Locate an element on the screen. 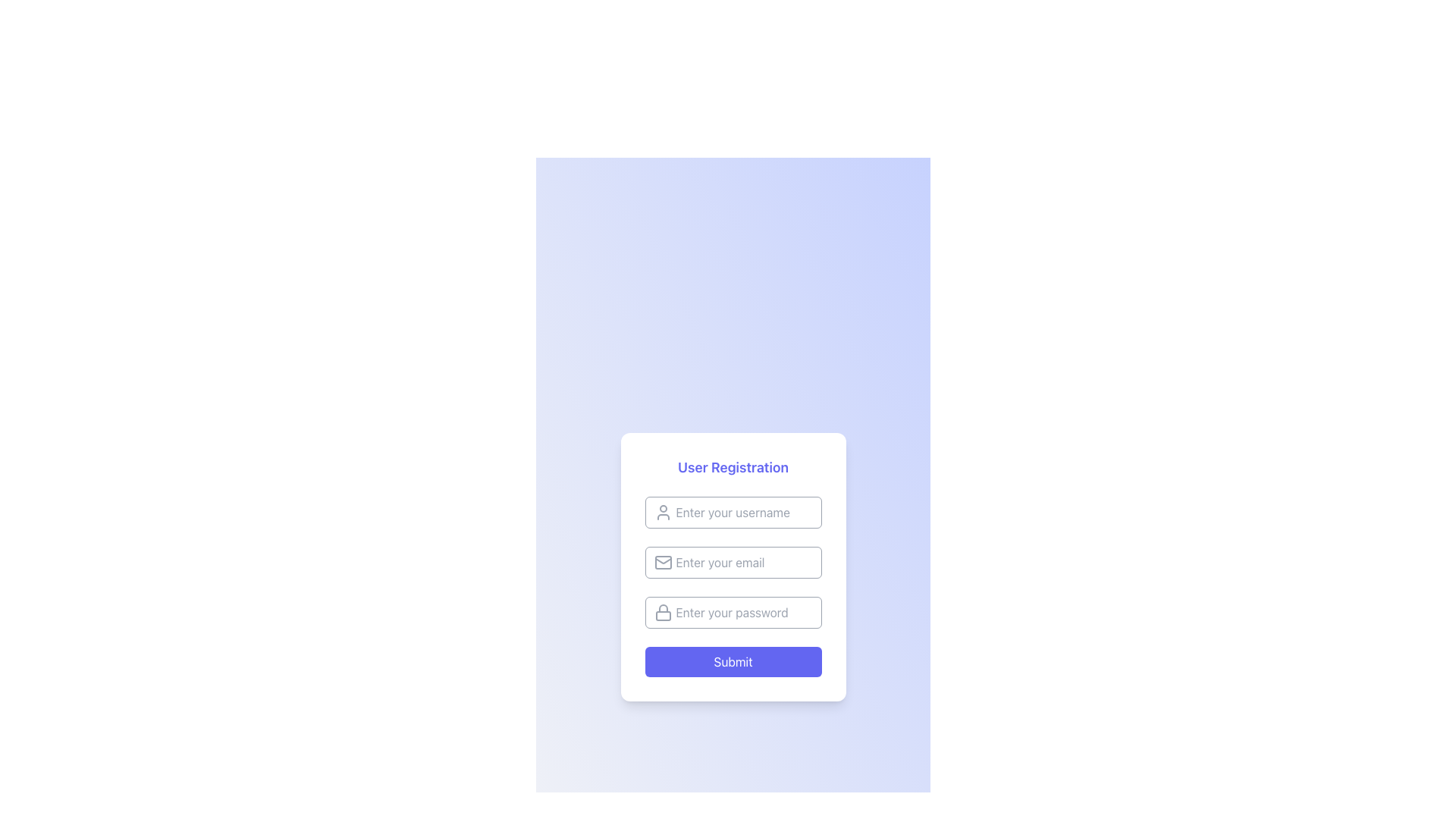  the mail icon, which is a minimalistic grey envelope shape located to the left of the 'Enter your email' input field in the user registration form is located at coordinates (663, 562).